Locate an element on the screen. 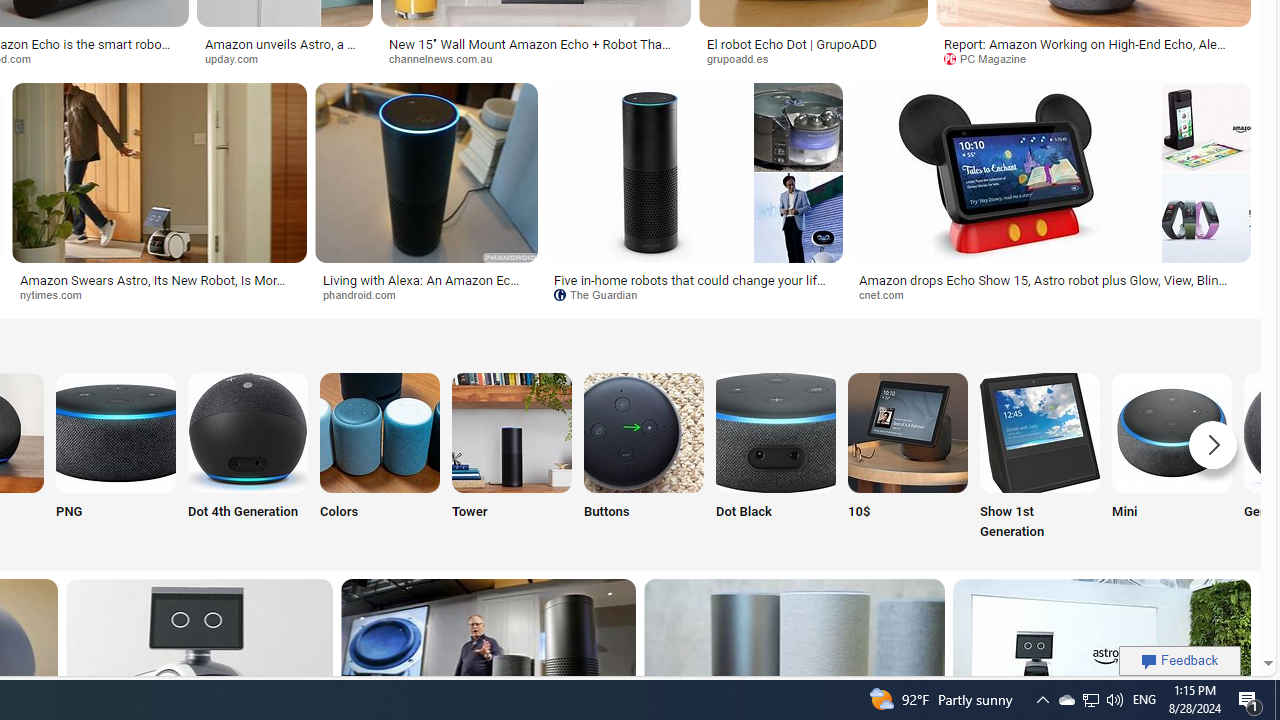 The image size is (1280, 720). 'Amazon Echo Tower Tower' is located at coordinates (512, 458).